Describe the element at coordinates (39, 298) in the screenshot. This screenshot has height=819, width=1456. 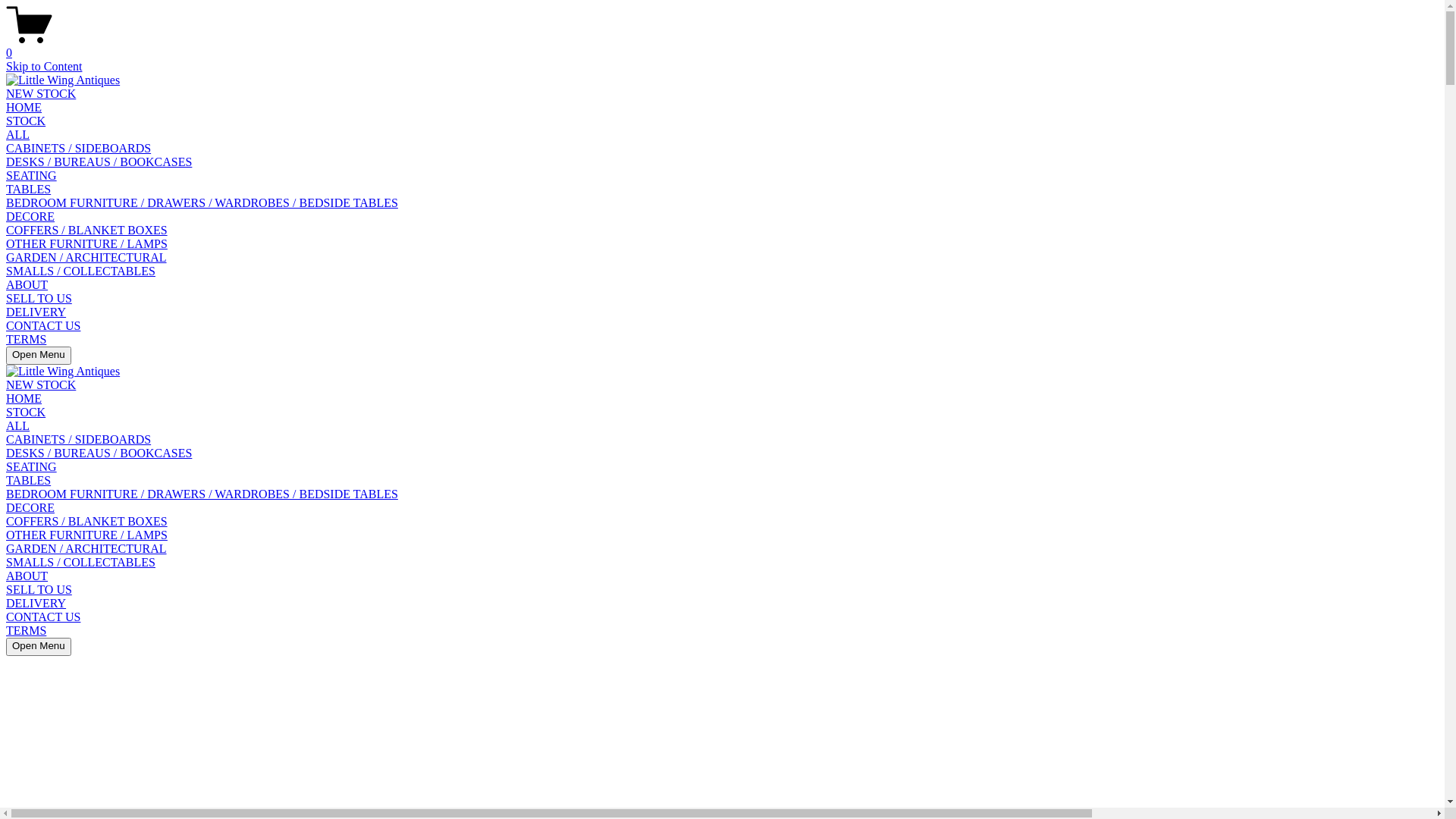
I see `'SELL TO US'` at that location.